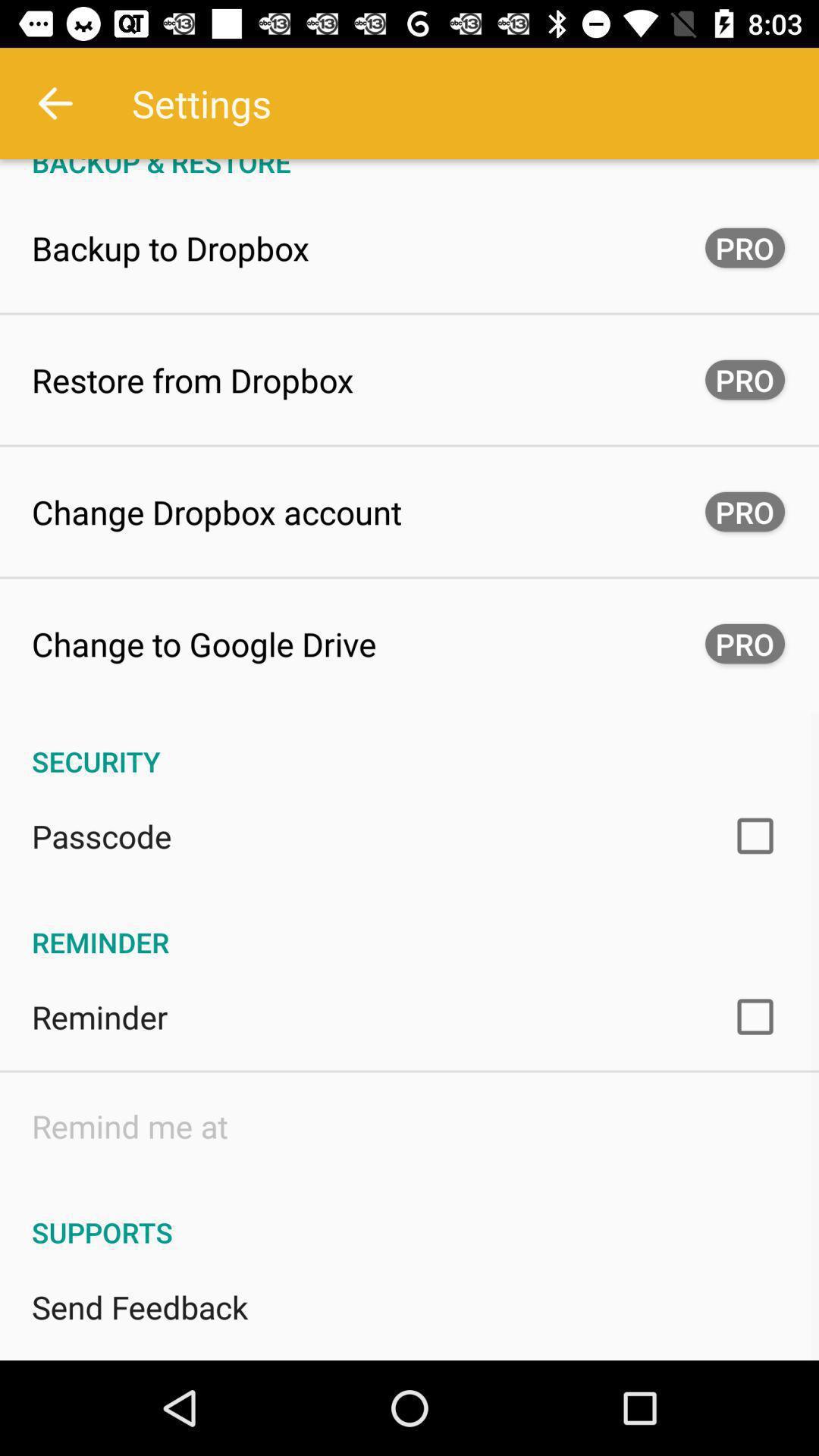  I want to click on icon above the backup & restore, so click(55, 102).